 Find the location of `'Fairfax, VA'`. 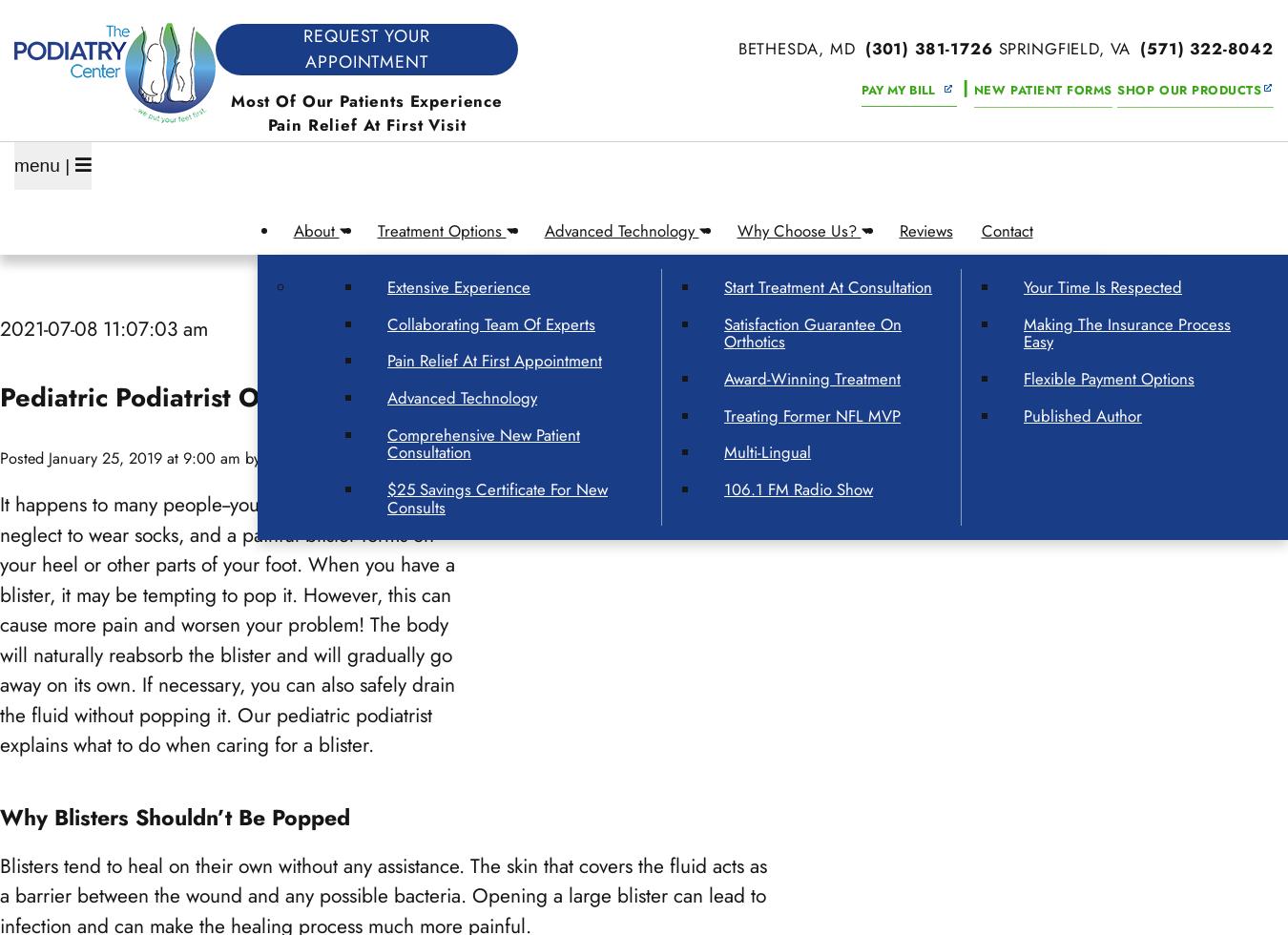

'Fairfax, VA' is located at coordinates (719, 660).